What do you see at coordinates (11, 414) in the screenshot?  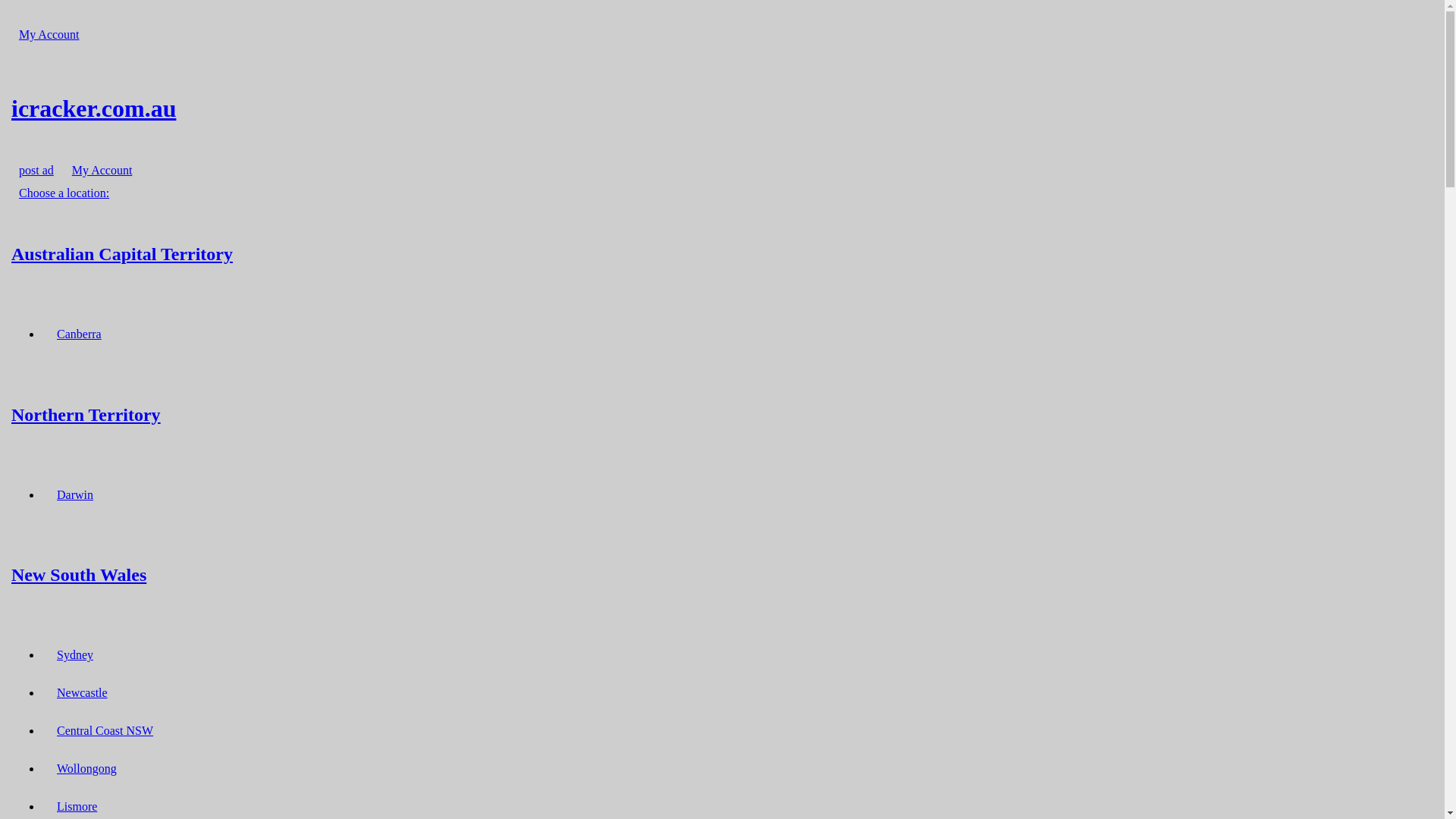 I see `'Northern Territory'` at bounding box center [11, 414].